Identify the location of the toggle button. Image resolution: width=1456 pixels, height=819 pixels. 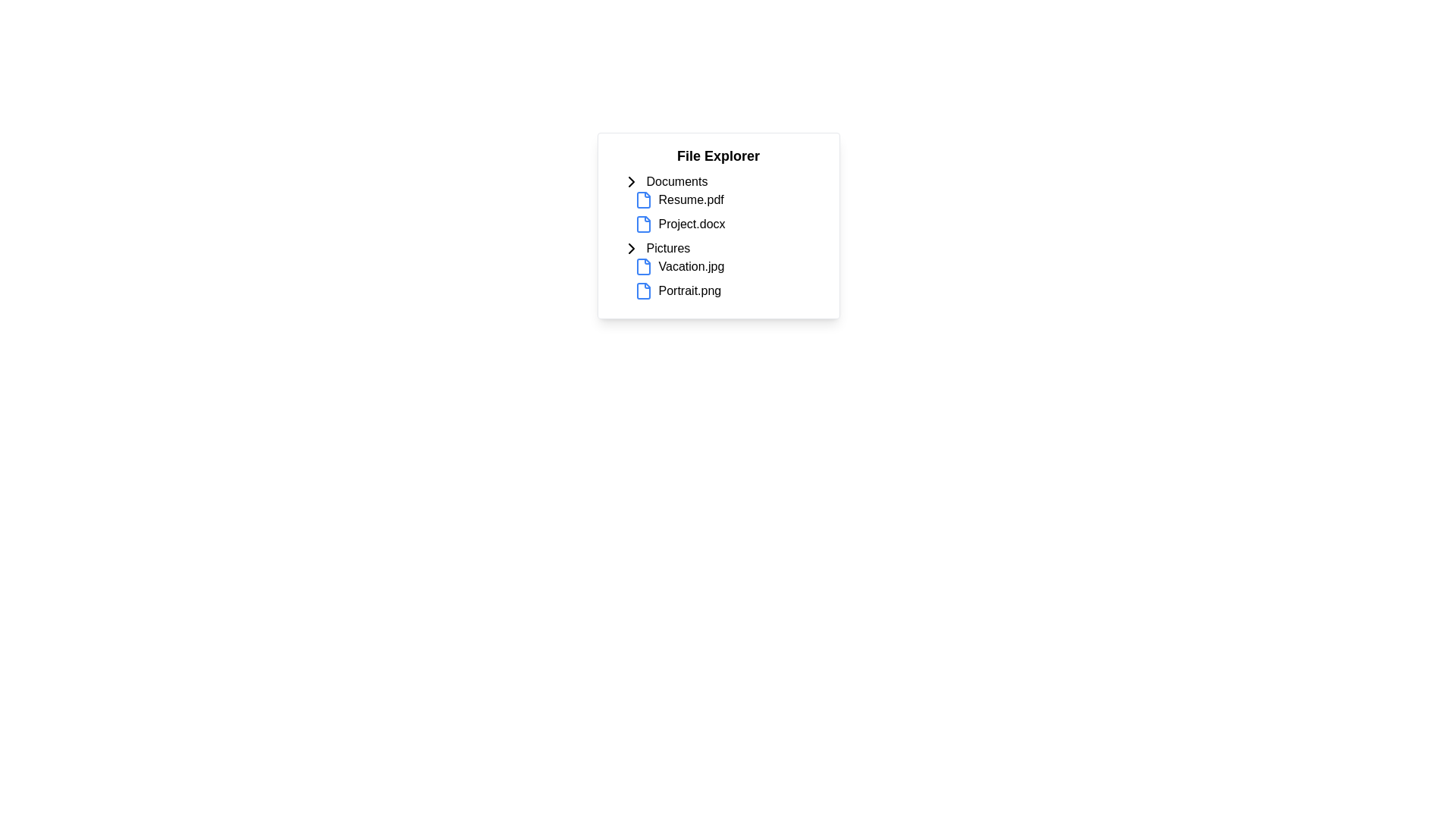
(631, 180).